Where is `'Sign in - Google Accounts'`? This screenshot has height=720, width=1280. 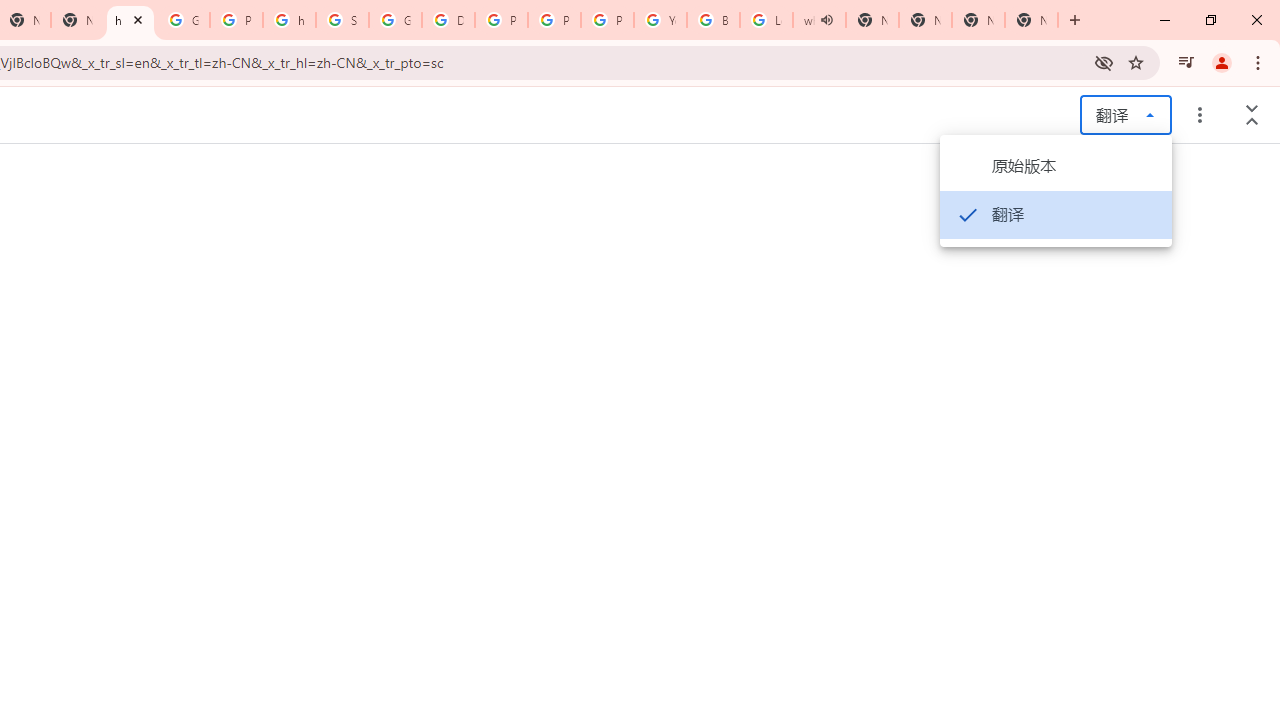
'Sign in - Google Accounts' is located at coordinates (342, 20).